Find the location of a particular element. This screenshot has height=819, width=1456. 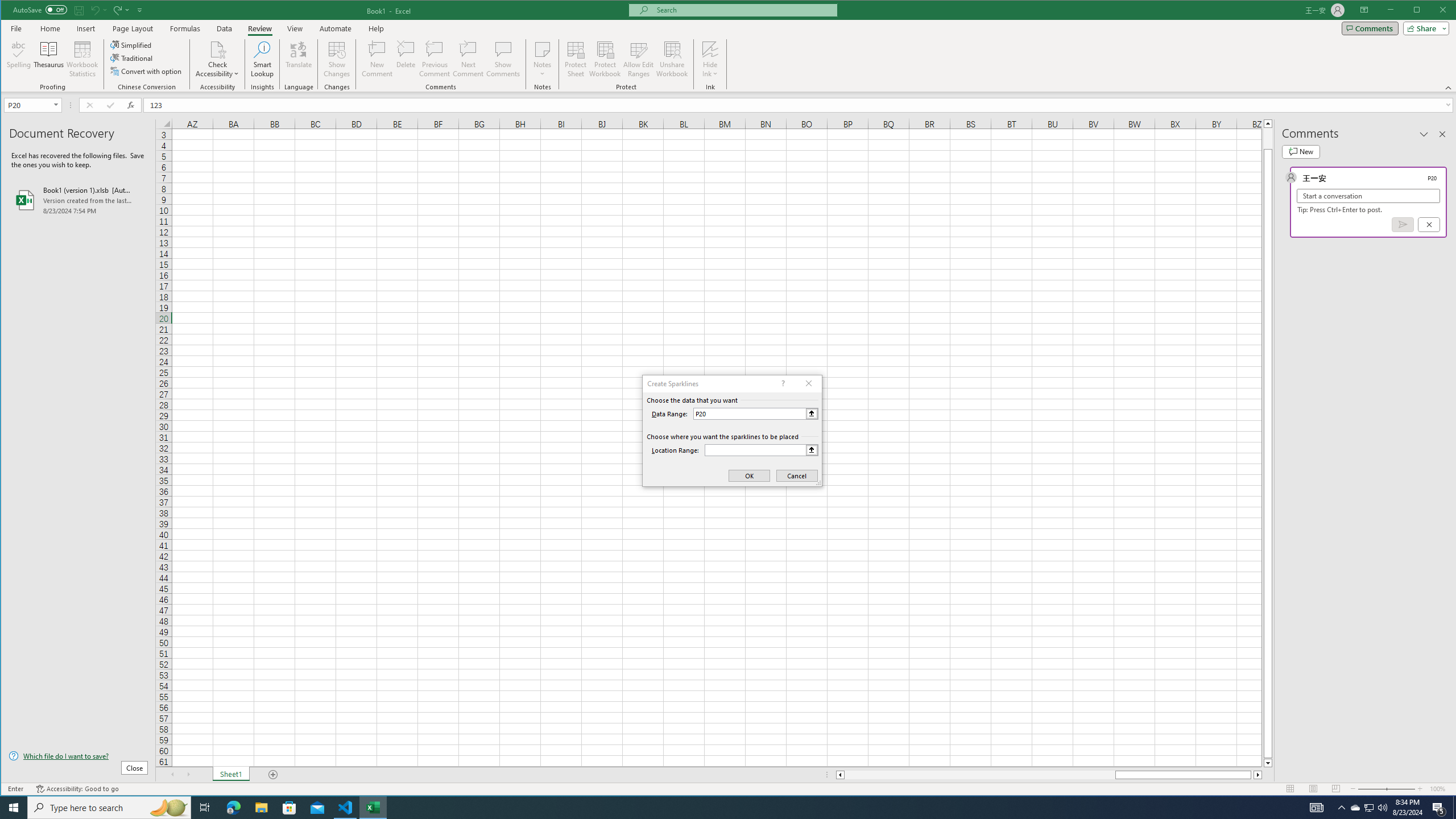

'Spelling...' is located at coordinates (18, 59).